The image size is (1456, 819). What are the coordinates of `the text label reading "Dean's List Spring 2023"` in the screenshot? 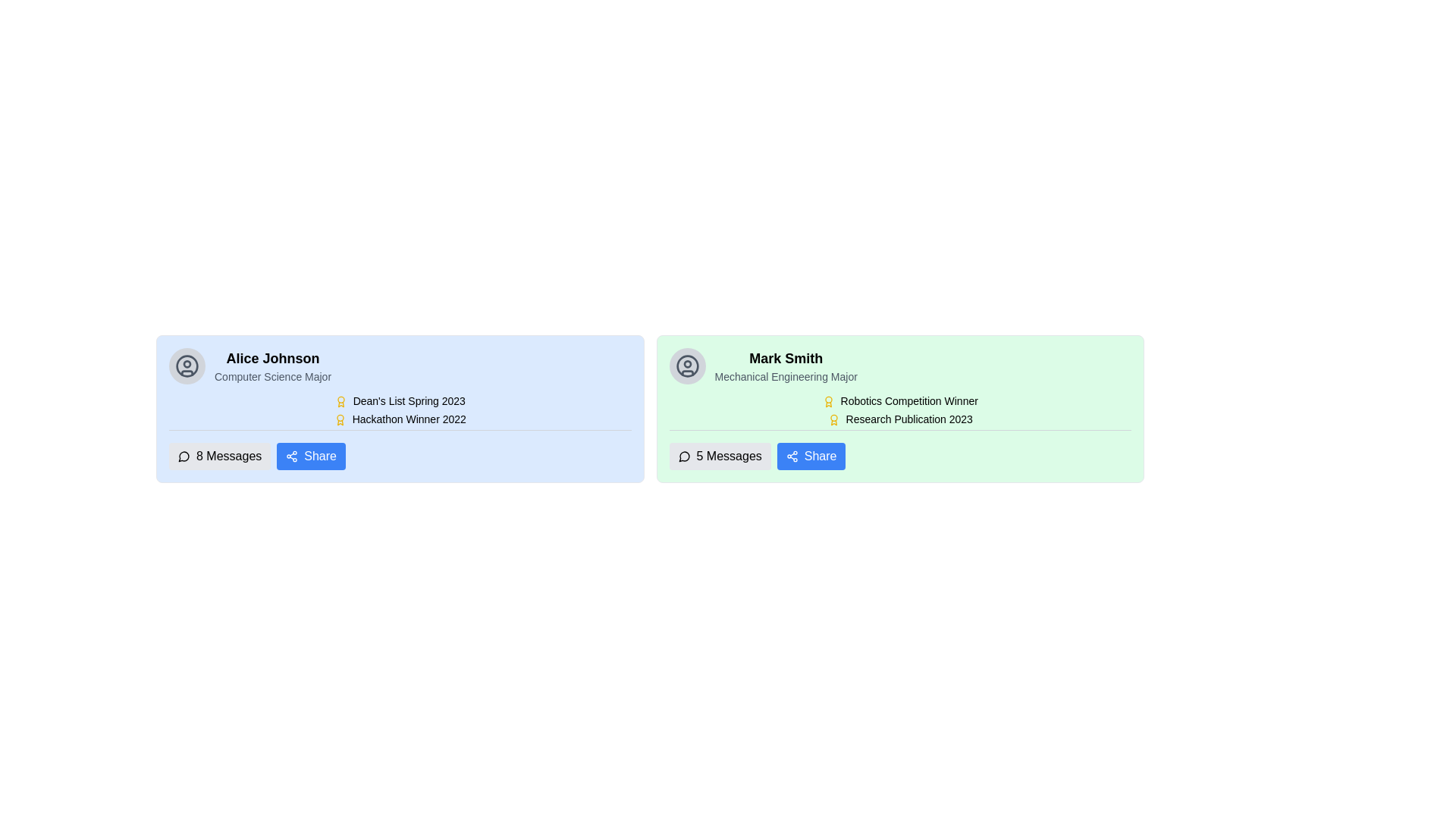 It's located at (400, 400).